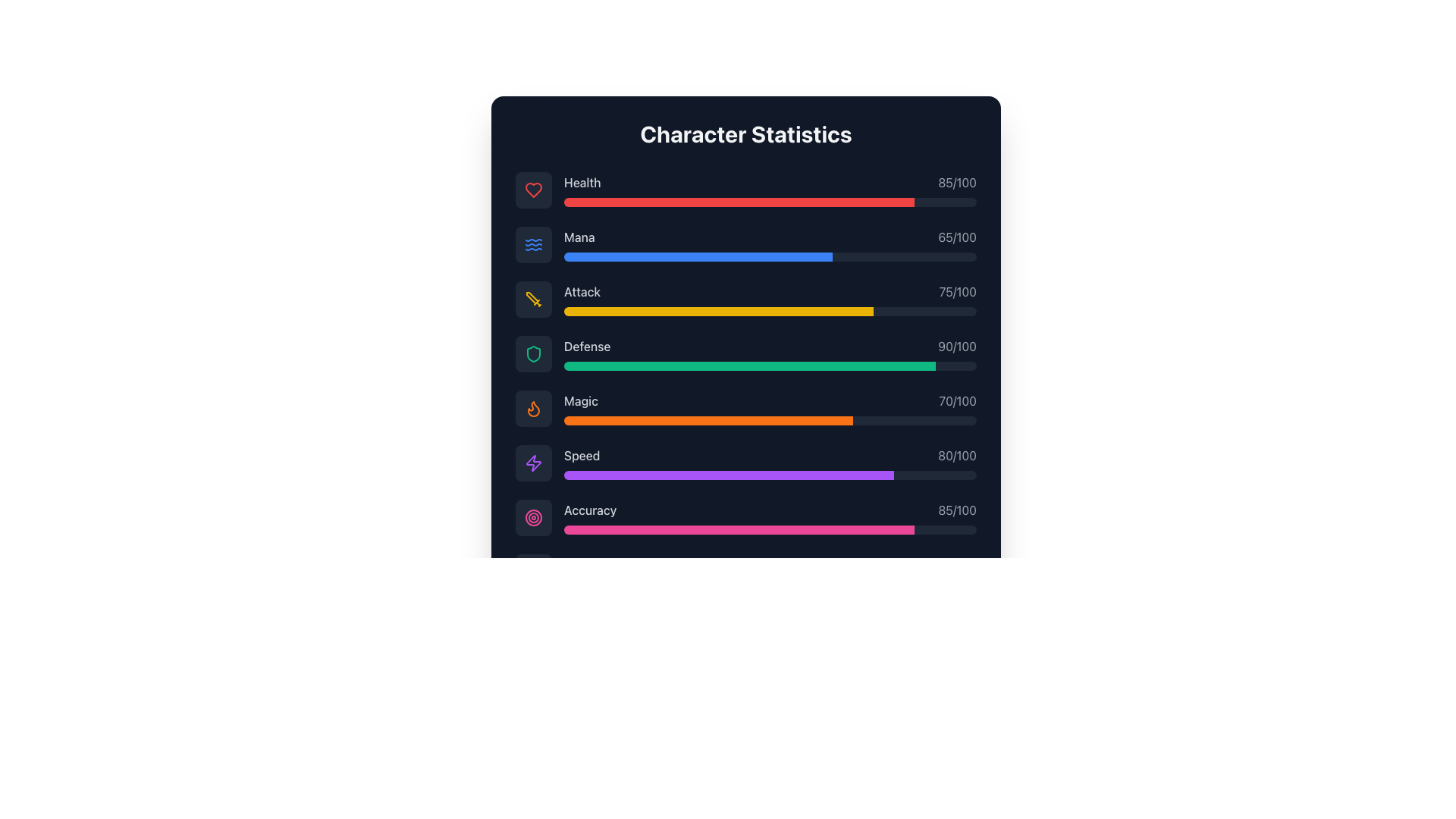  I want to click on the 'Magic' statistic icon located in the fifth row of the statistics panel, positioned directly to the left of the 'Magic' label, so click(534, 408).